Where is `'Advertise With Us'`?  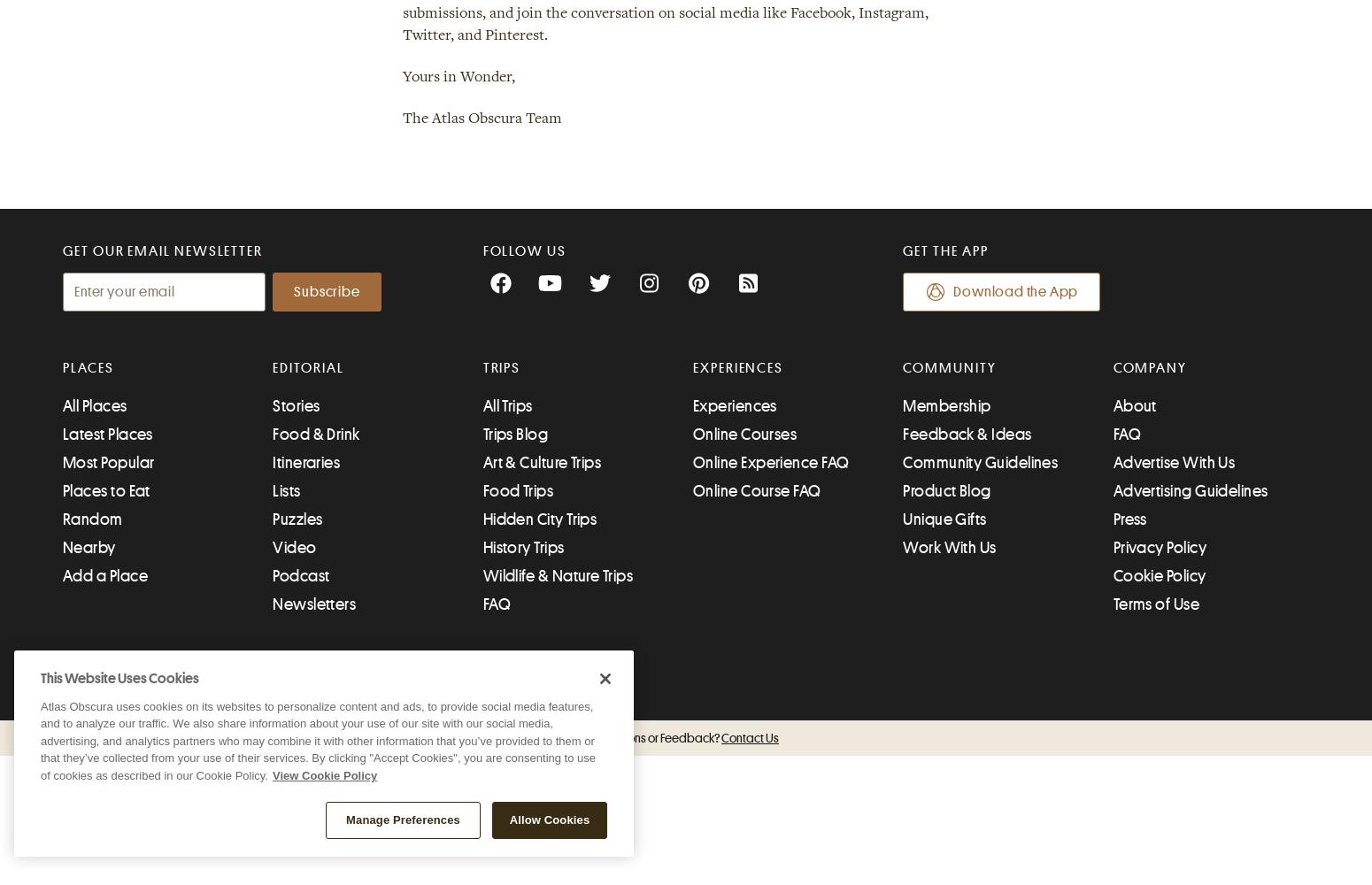 'Advertise With Us' is located at coordinates (1174, 463).